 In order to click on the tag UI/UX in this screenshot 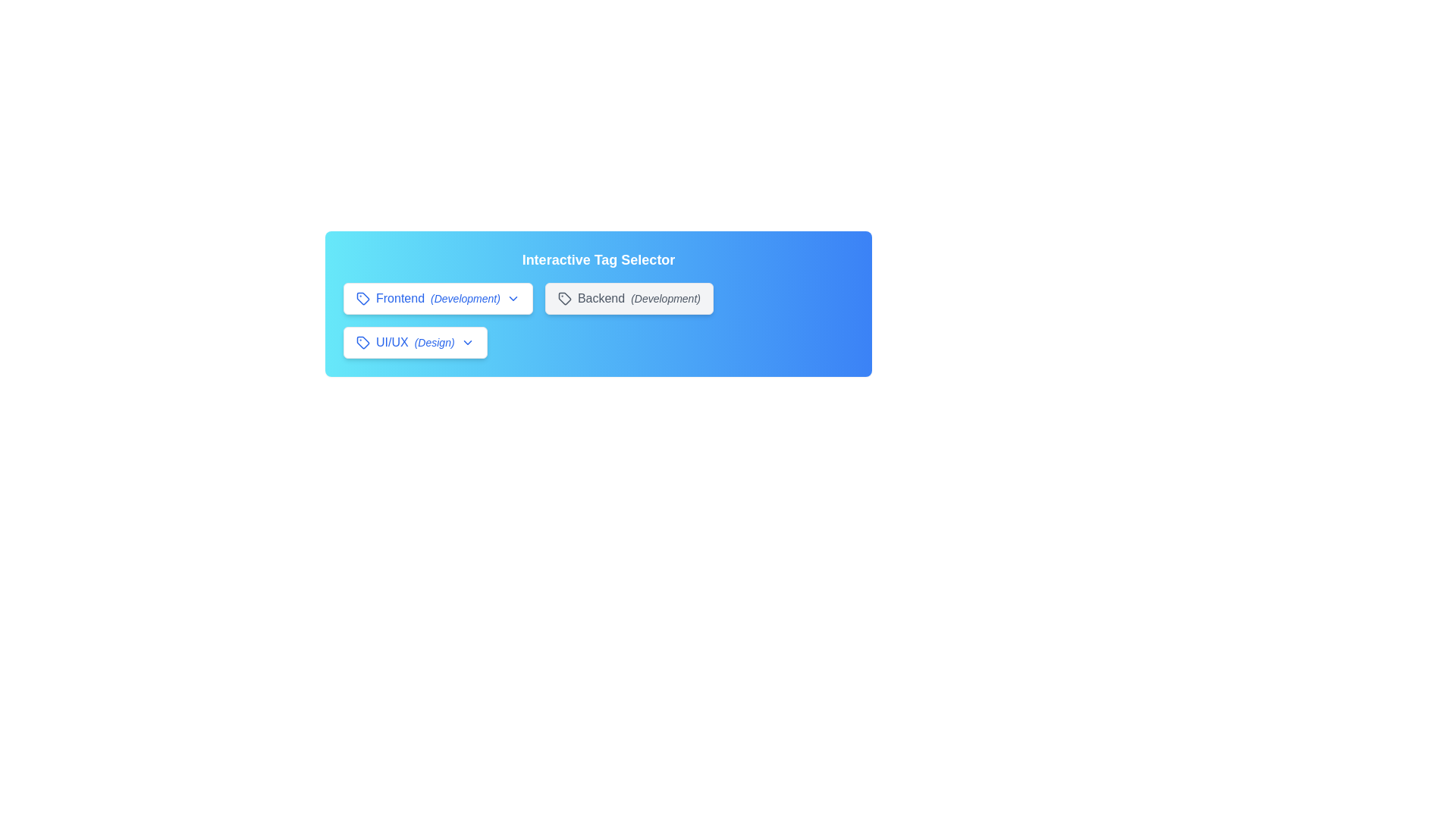, I will do `click(415, 342)`.